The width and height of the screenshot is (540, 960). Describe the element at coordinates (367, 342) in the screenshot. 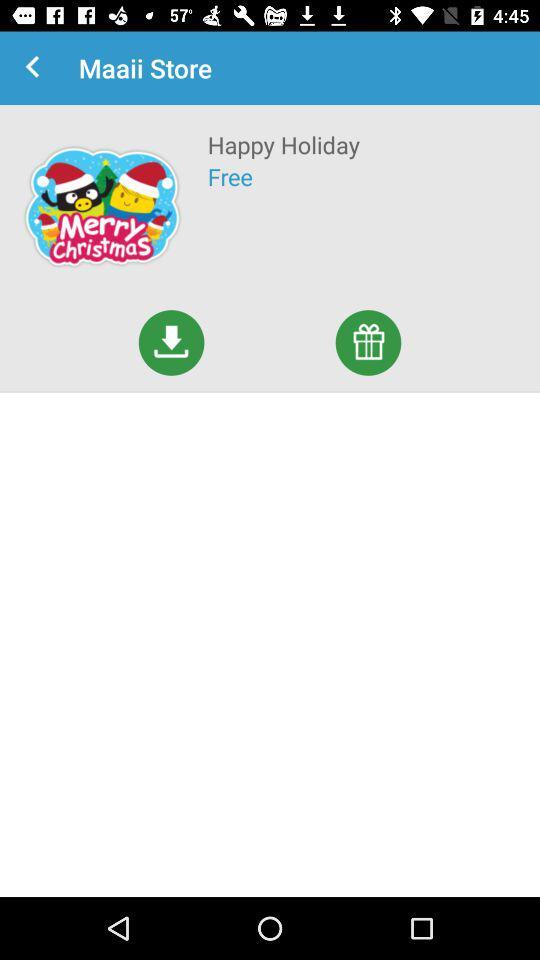

I see `the gift icon` at that location.